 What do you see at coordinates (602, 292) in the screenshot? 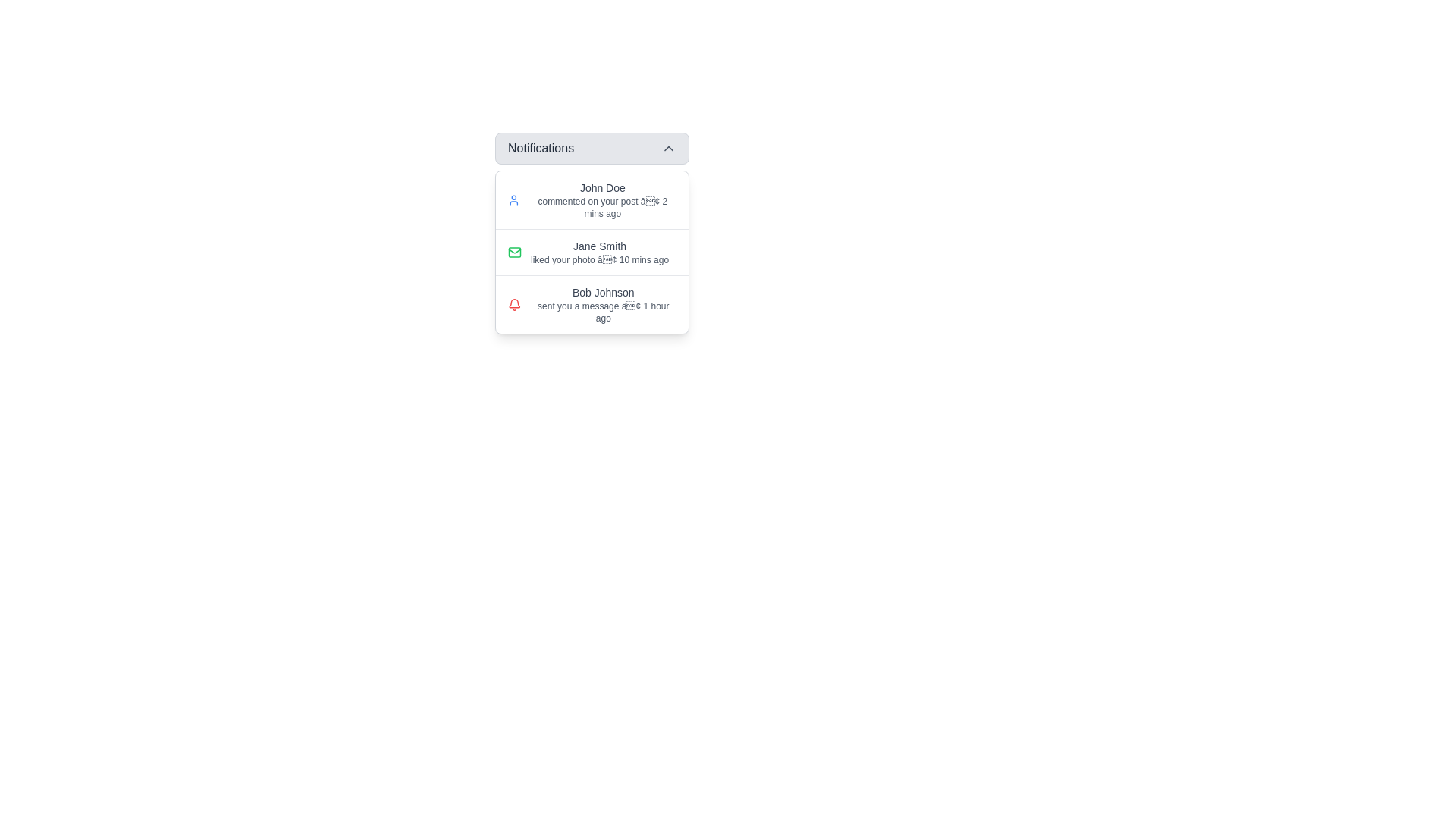
I see `the text label displaying the name 'Bob Johnson' in the notification dropdown menu` at bounding box center [602, 292].